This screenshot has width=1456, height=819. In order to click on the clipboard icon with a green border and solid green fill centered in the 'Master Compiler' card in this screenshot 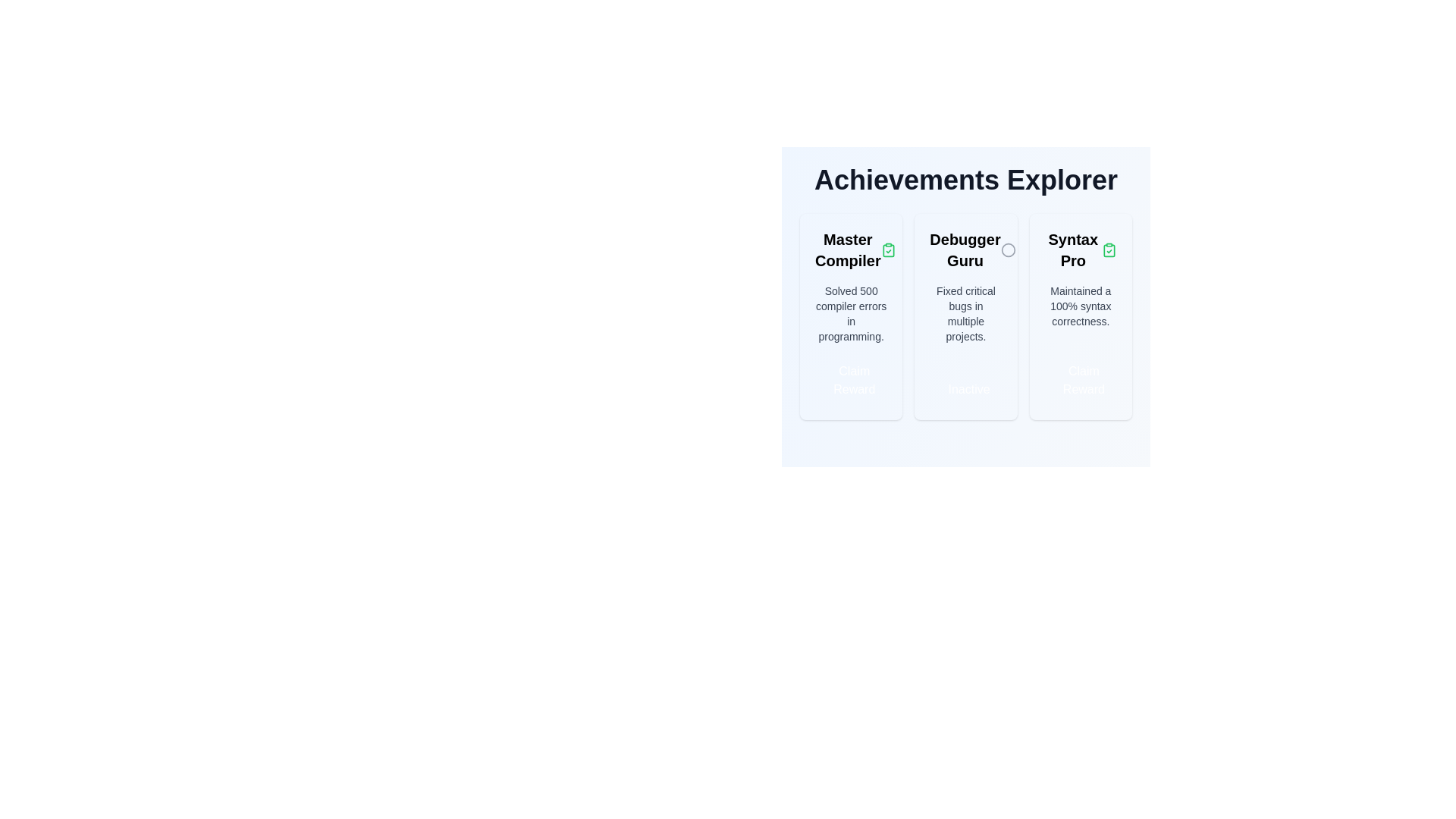, I will do `click(1109, 249)`.